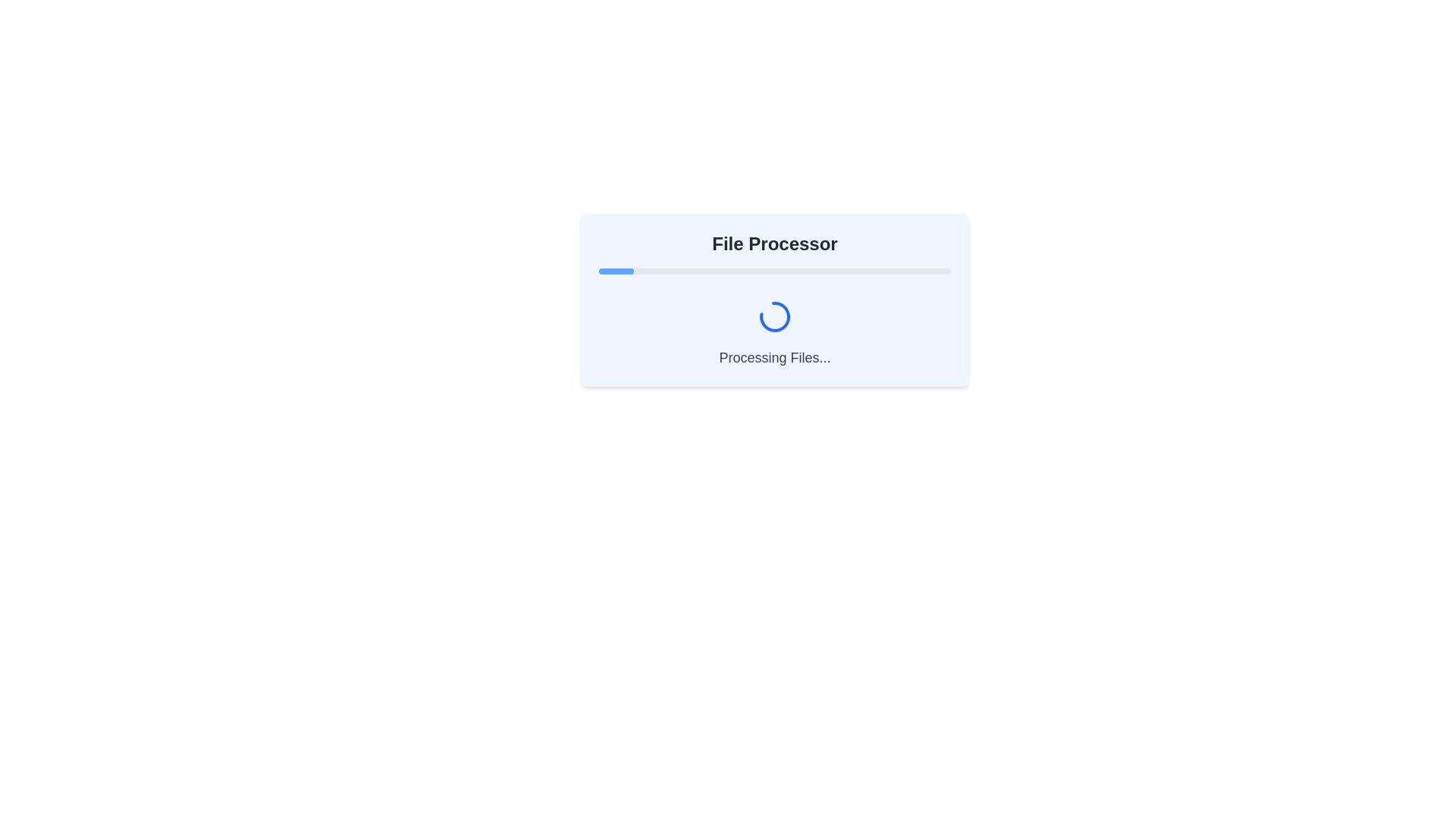 The image size is (1456, 819). I want to click on the bold, large-sized text displaying 'File Processor' which is centrally positioned at the top of a card-like component against a light blue background, so click(775, 243).